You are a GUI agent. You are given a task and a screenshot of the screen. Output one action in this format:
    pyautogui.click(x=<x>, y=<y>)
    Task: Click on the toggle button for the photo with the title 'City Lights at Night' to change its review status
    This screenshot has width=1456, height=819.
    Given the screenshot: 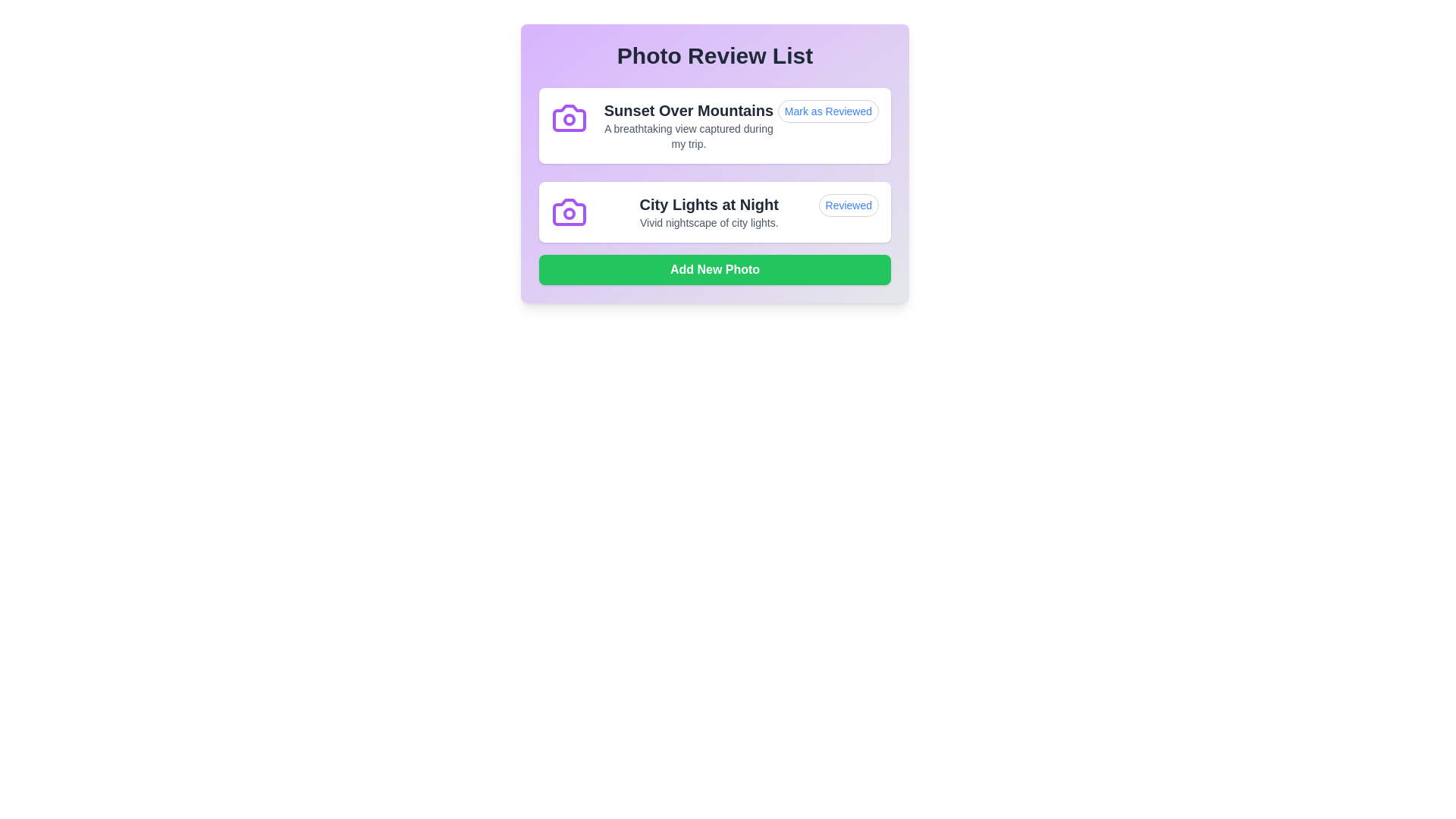 What is the action you would take?
    pyautogui.click(x=848, y=205)
    